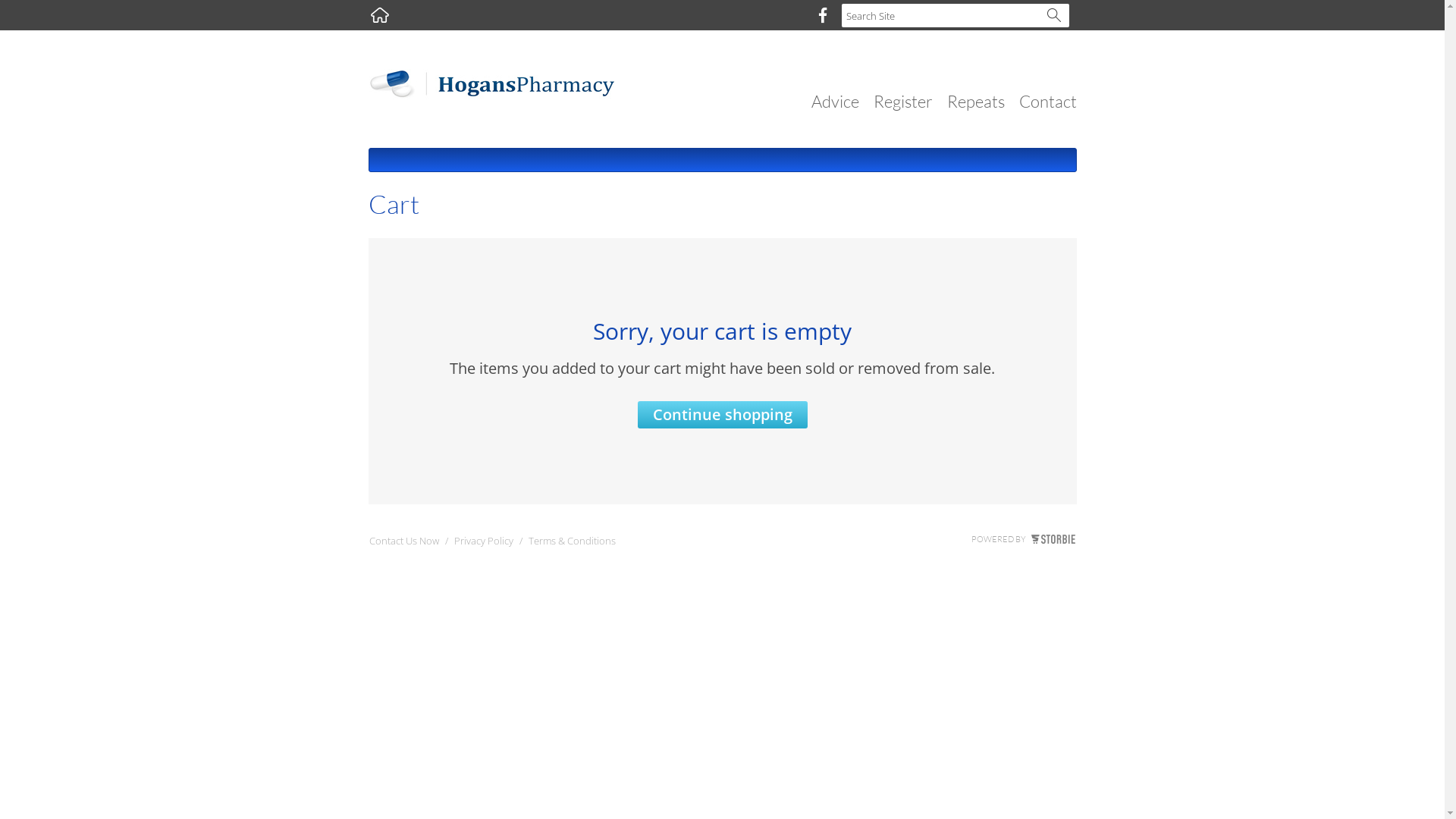 Image resolution: width=1456 pixels, height=819 pixels. I want to click on 'Facebook', so click(821, 14).